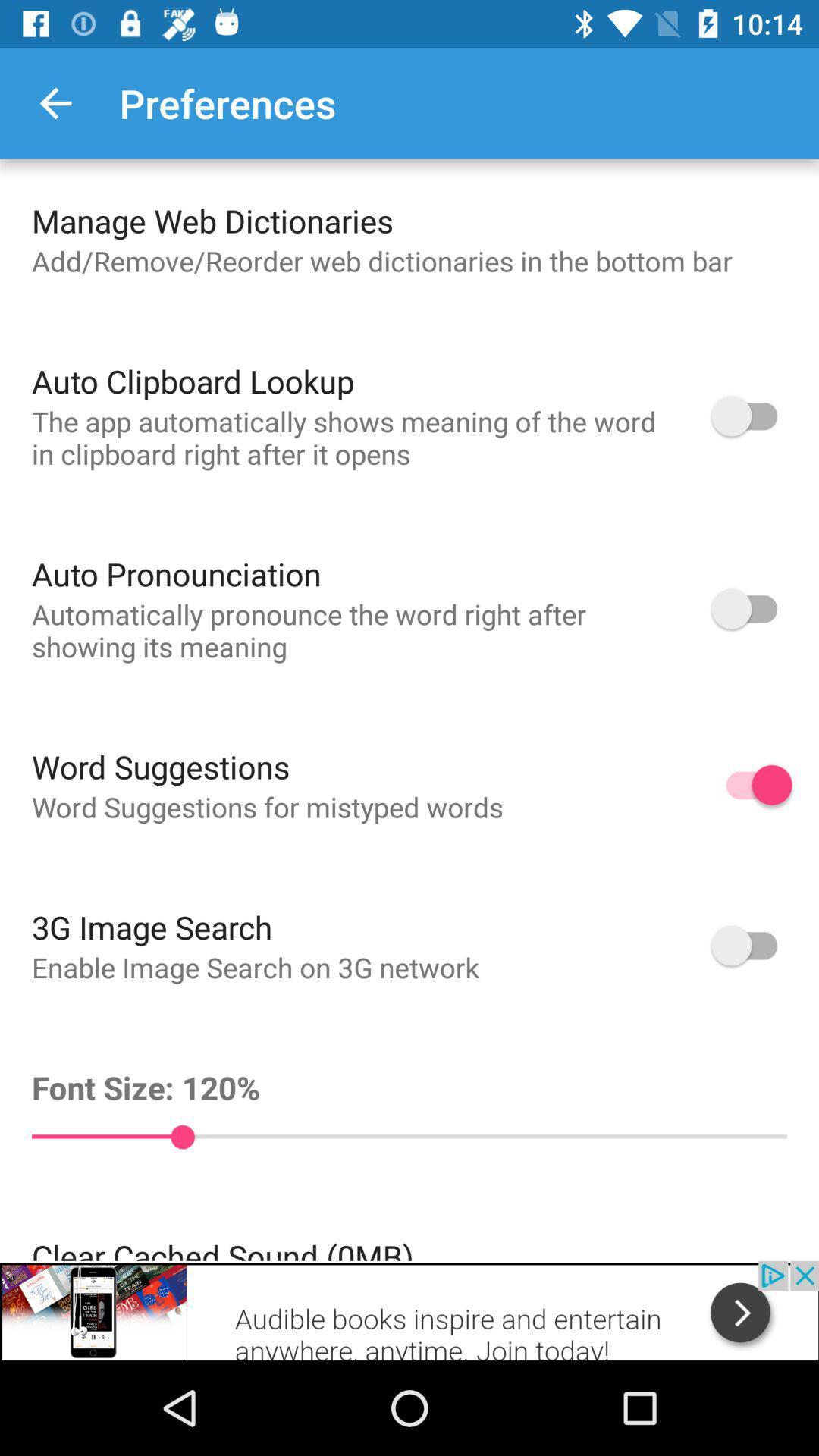 The height and width of the screenshot is (1456, 819). I want to click on 3g image search option, so click(752, 944).